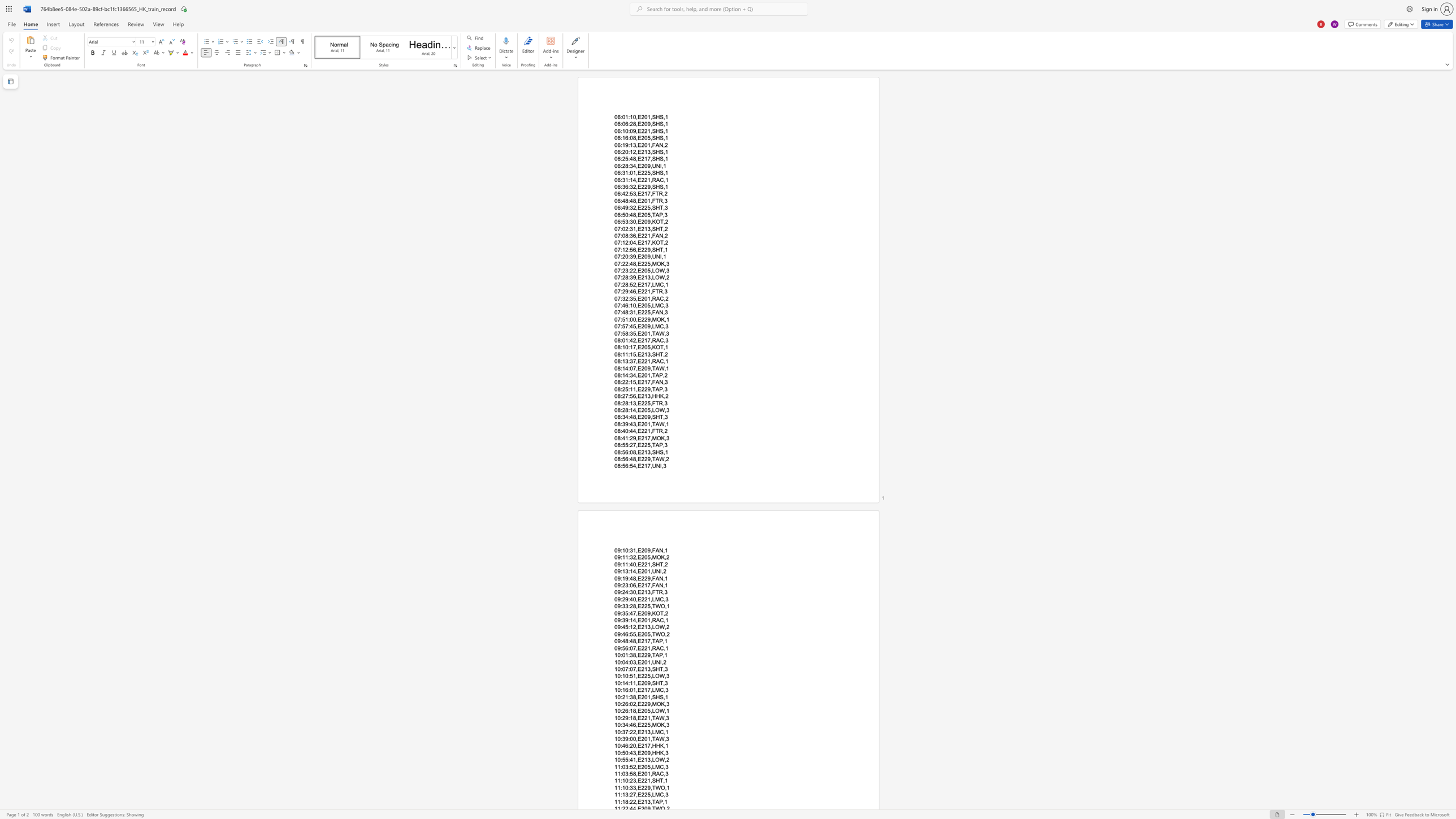 Image resolution: width=1456 pixels, height=819 pixels. I want to click on the space between the continuous character "," and "2" in the text, so click(665, 222).